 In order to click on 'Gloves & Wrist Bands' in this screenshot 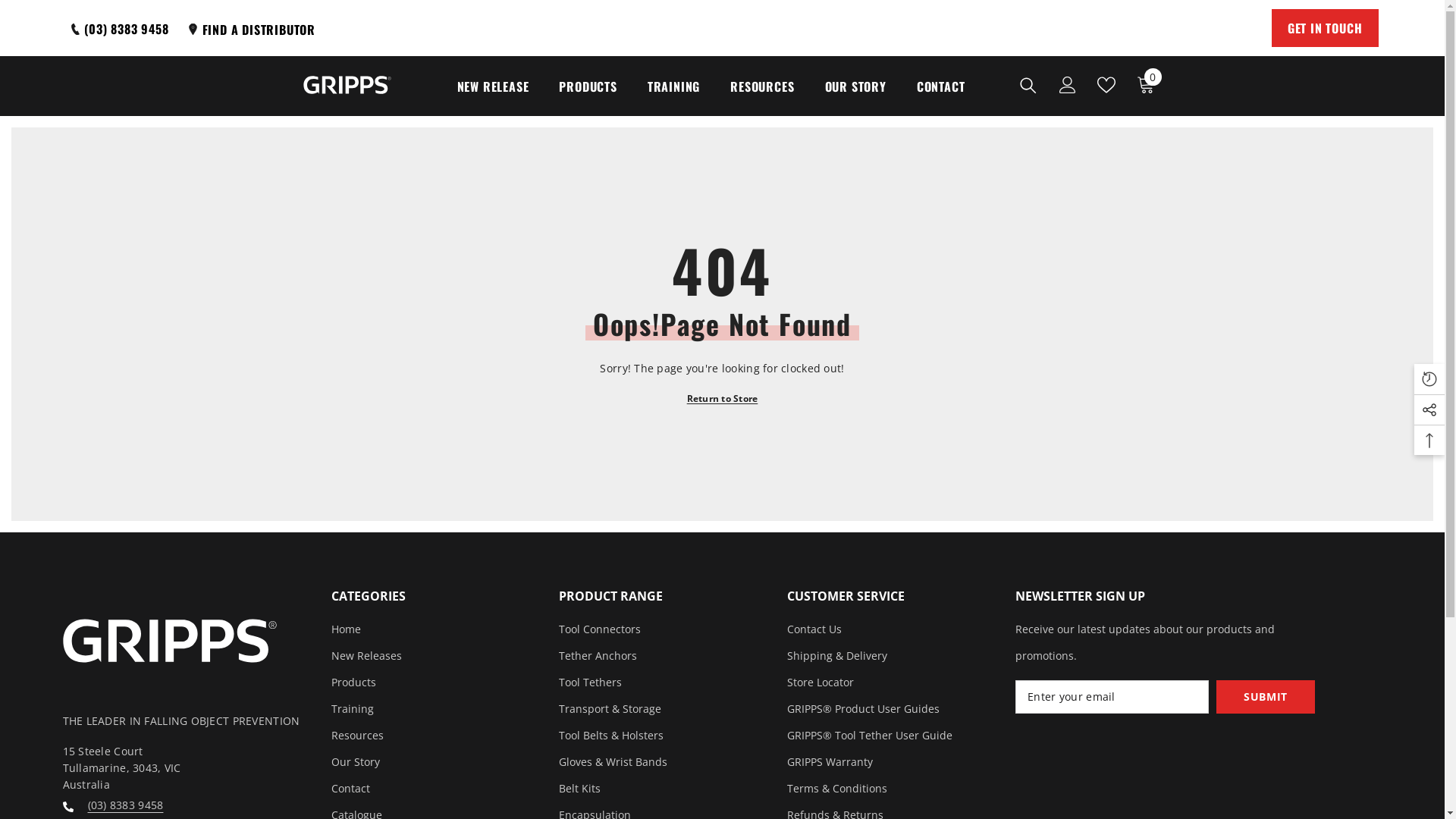, I will do `click(613, 761)`.